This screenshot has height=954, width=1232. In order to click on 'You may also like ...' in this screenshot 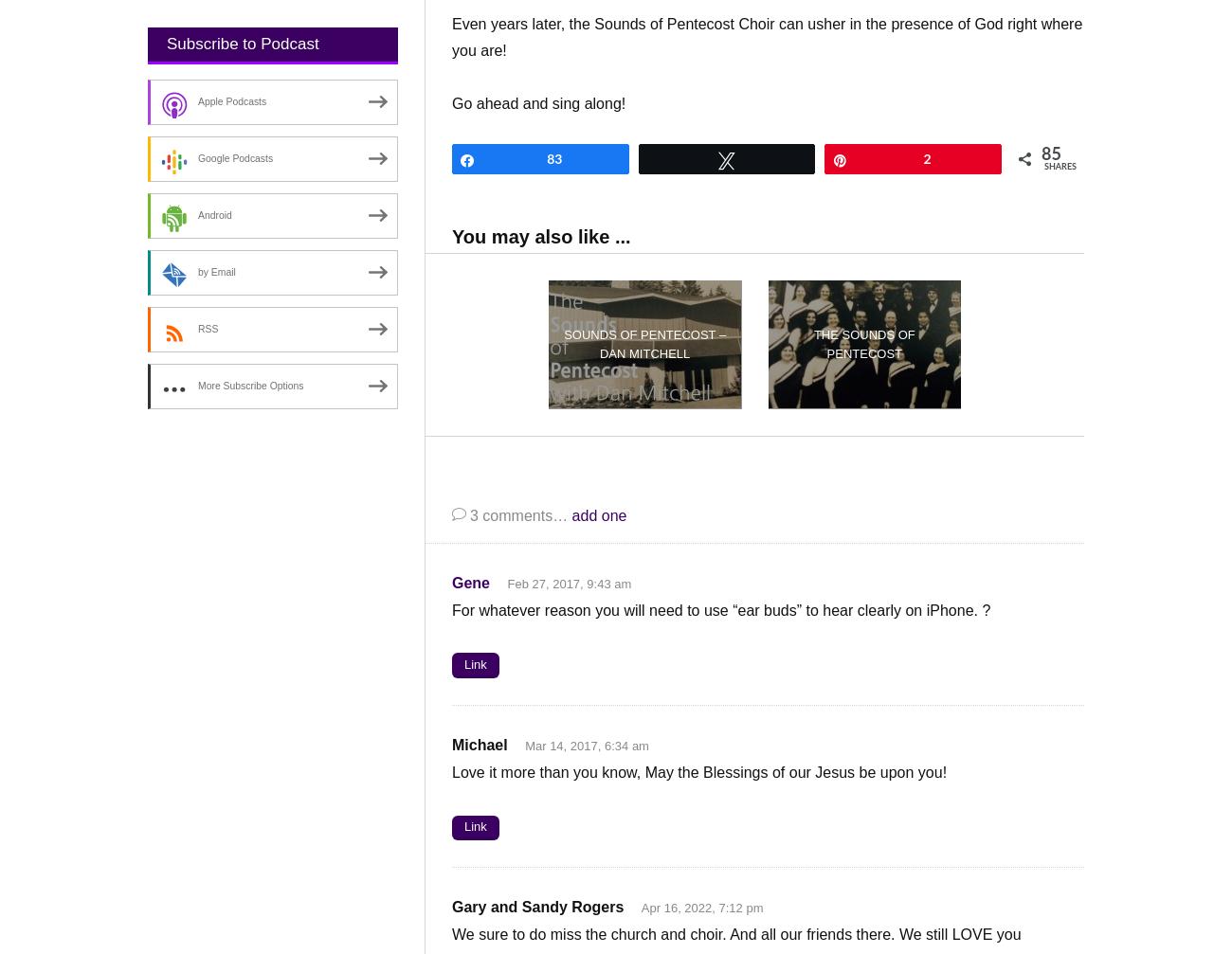, I will do `click(450, 236)`.